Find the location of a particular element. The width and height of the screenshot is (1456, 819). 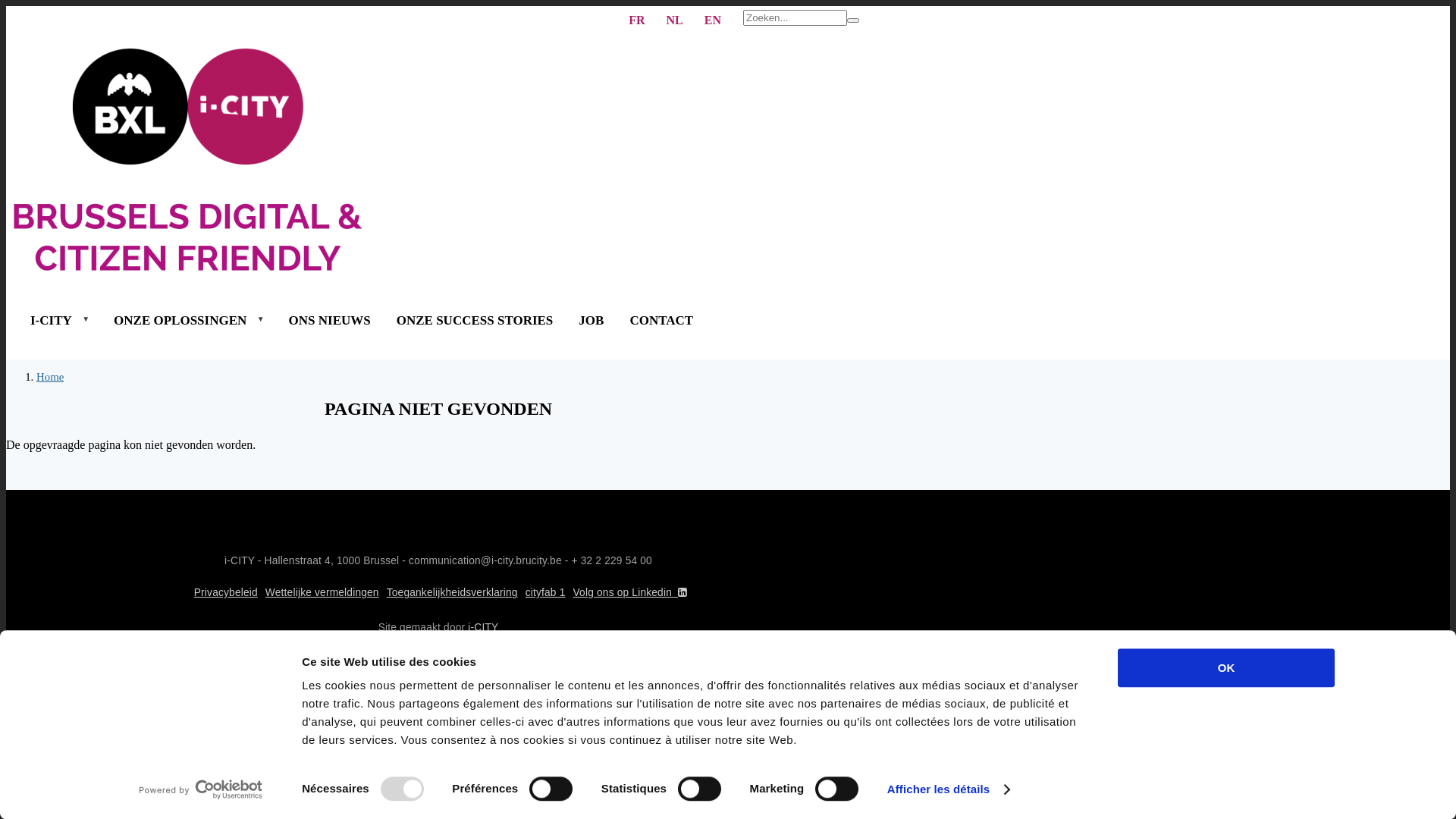

'Wettelijke vermeldingen' is located at coordinates (322, 591).